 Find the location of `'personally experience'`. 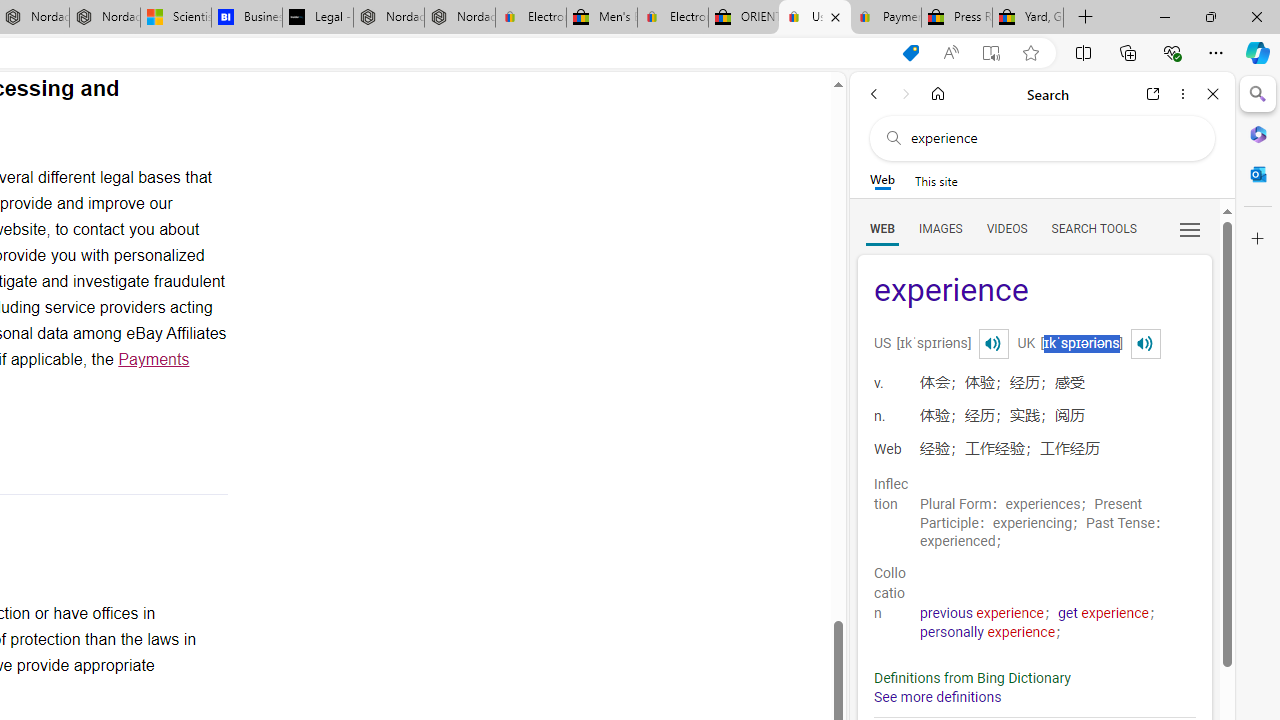

'personally experience' is located at coordinates (988, 632).